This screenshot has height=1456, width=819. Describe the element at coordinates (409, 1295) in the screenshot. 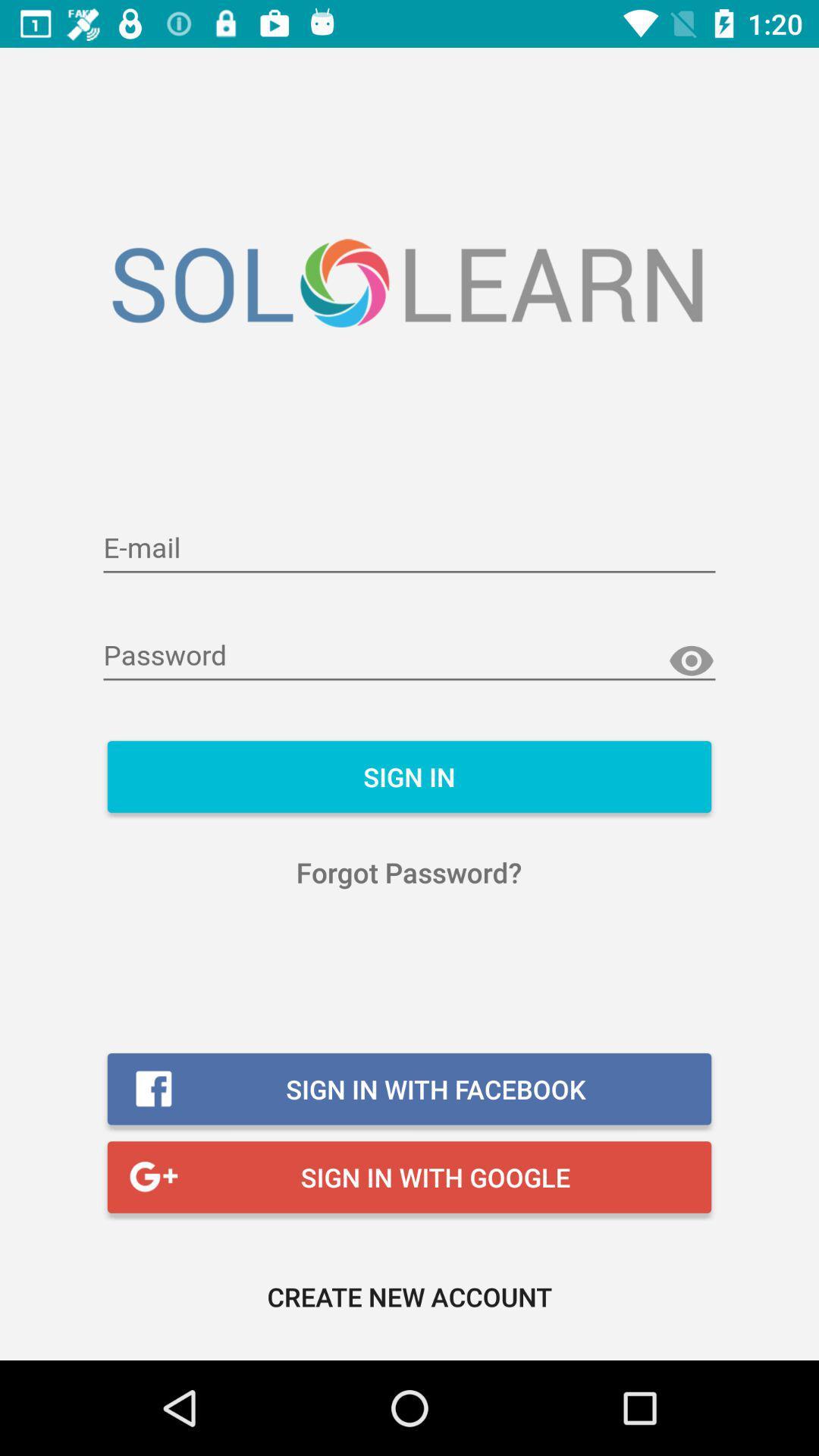

I see `item below the sign in with icon` at that location.